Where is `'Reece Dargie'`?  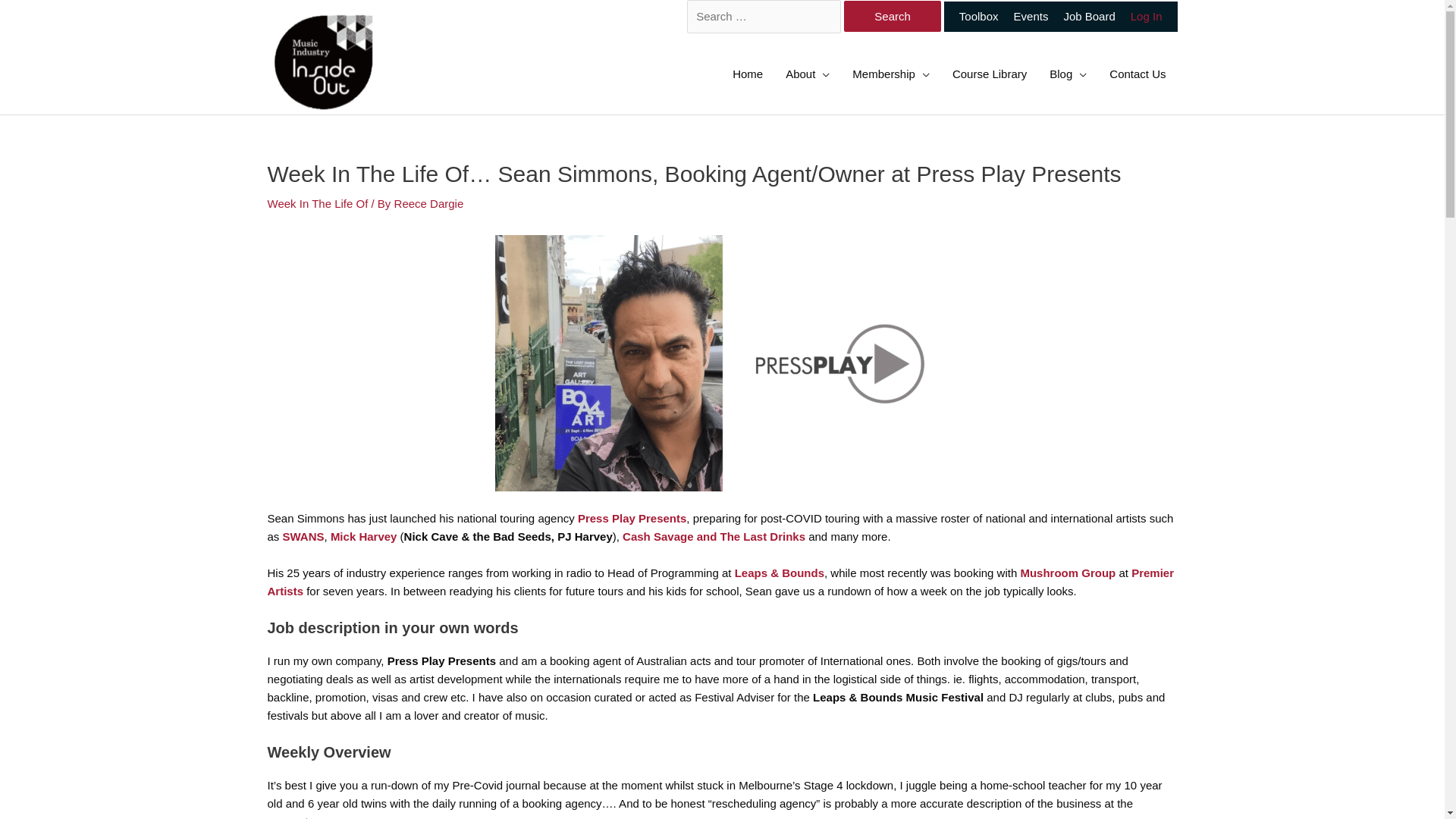 'Reece Dargie' is located at coordinates (428, 202).